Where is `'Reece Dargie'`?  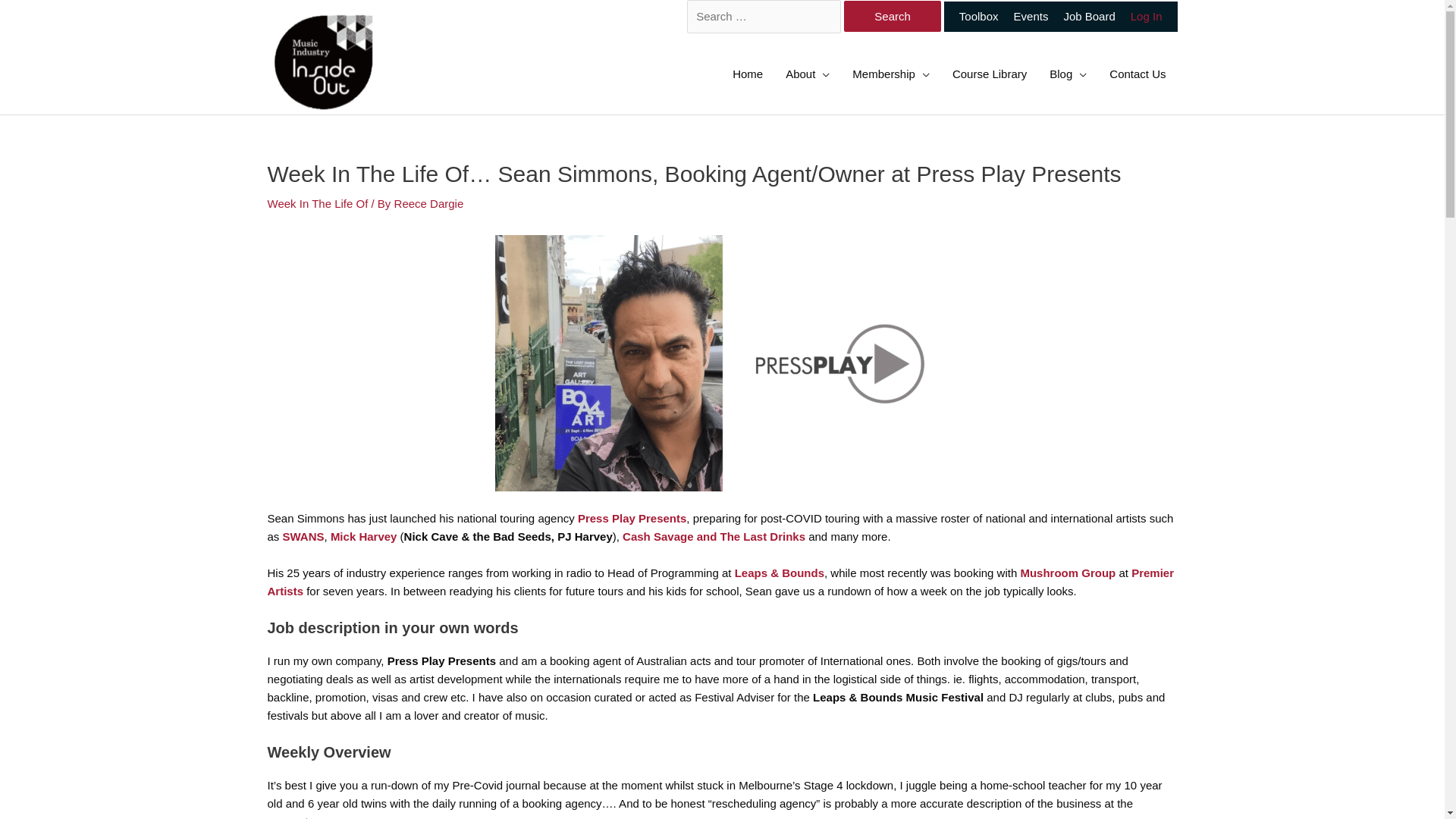 'Reece Dargie' is located at coordinates (428, 202).